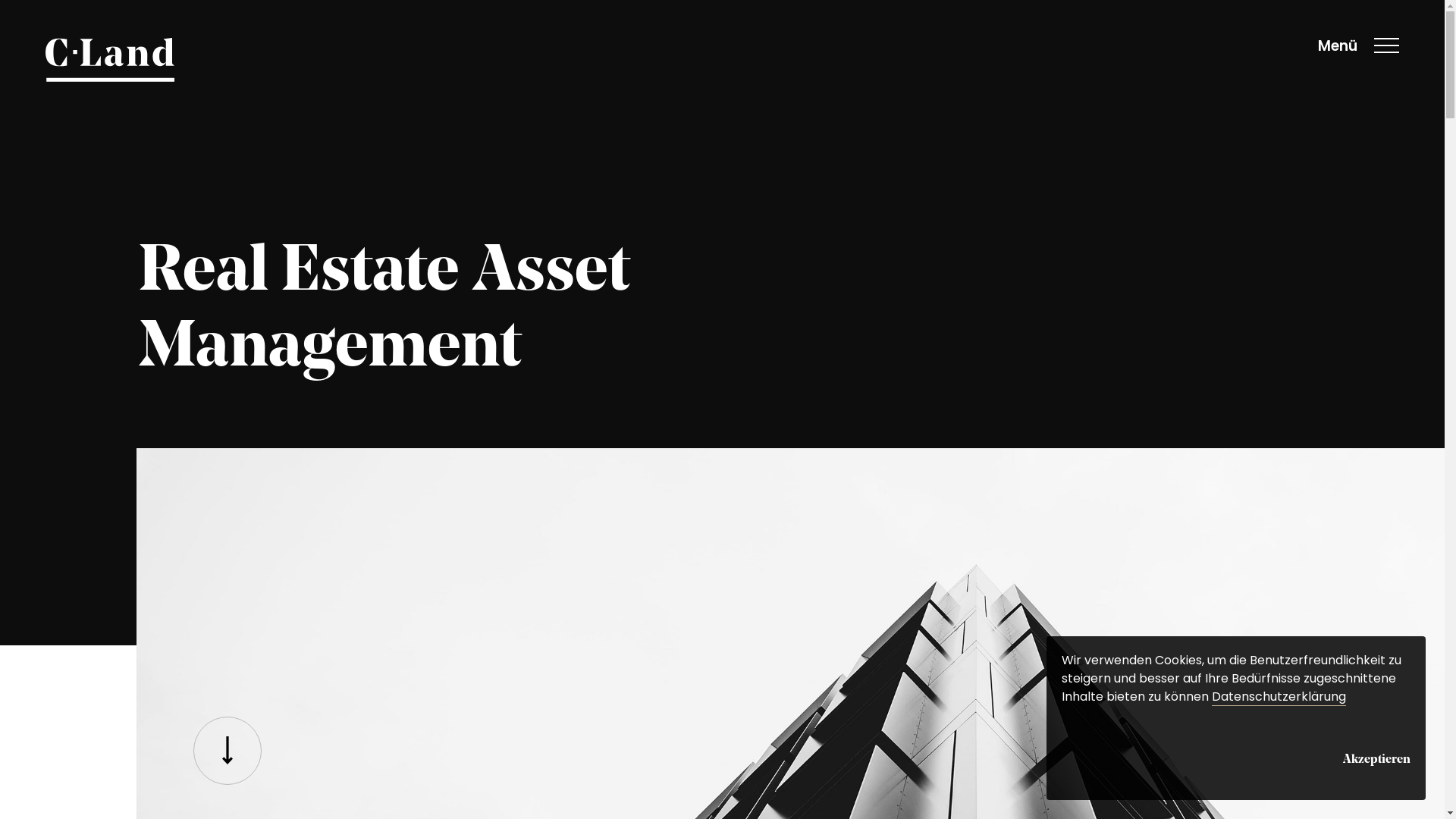 The height and width of the screenshot is (819, 1456). What do you see at coordinates (1343, 757) in the screenshot?
I see `'Akzeptieren'` at bounding box center [1343, 757].